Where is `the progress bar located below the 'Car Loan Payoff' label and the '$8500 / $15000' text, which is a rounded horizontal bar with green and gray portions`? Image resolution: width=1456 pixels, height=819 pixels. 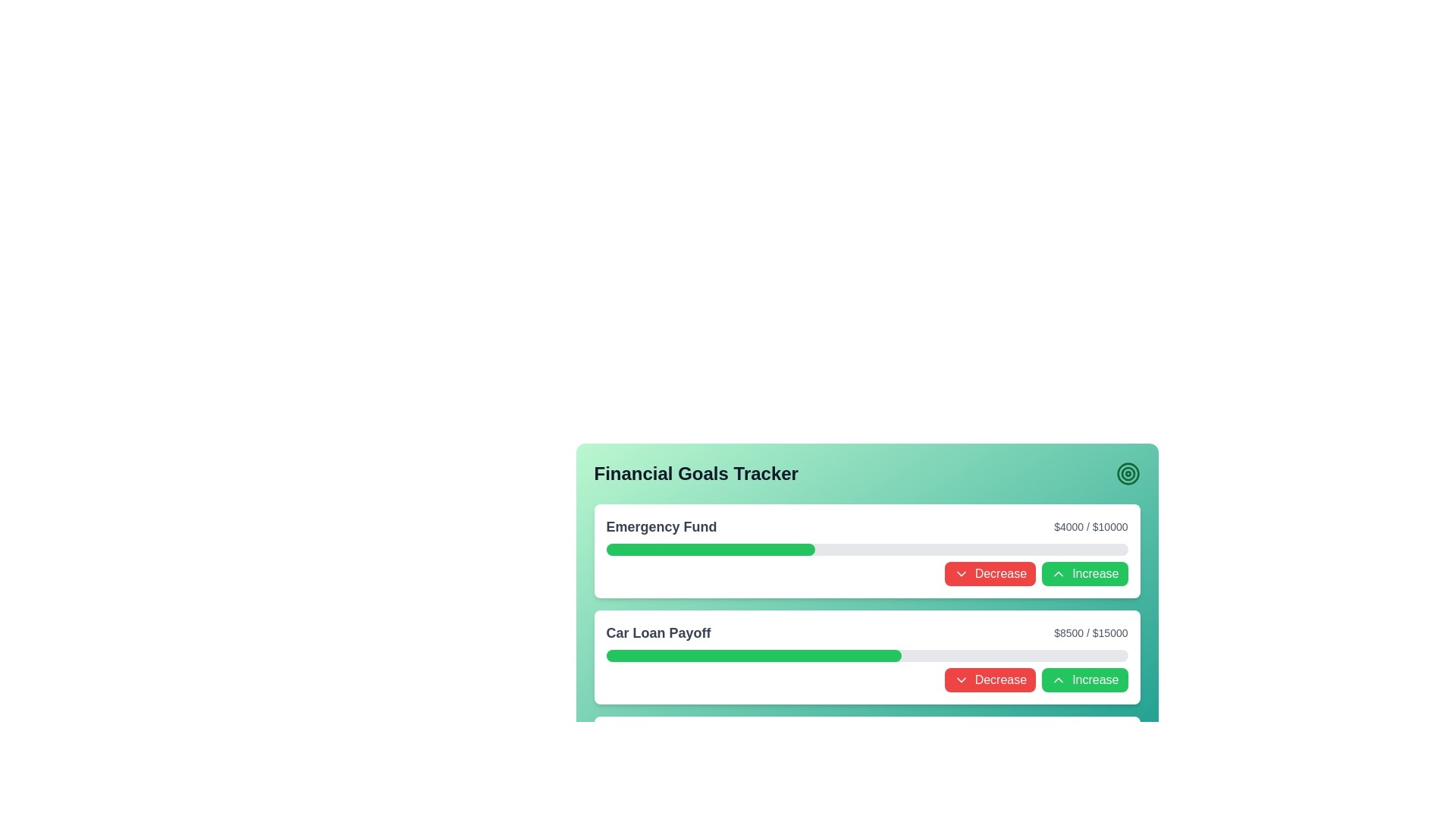 the progress bar located below the 'Car Loan Payoff' label and the '$8500 / $15000' text, which is a rounded horizontal bar with green and gray portions is located at coordinates (867, 654).